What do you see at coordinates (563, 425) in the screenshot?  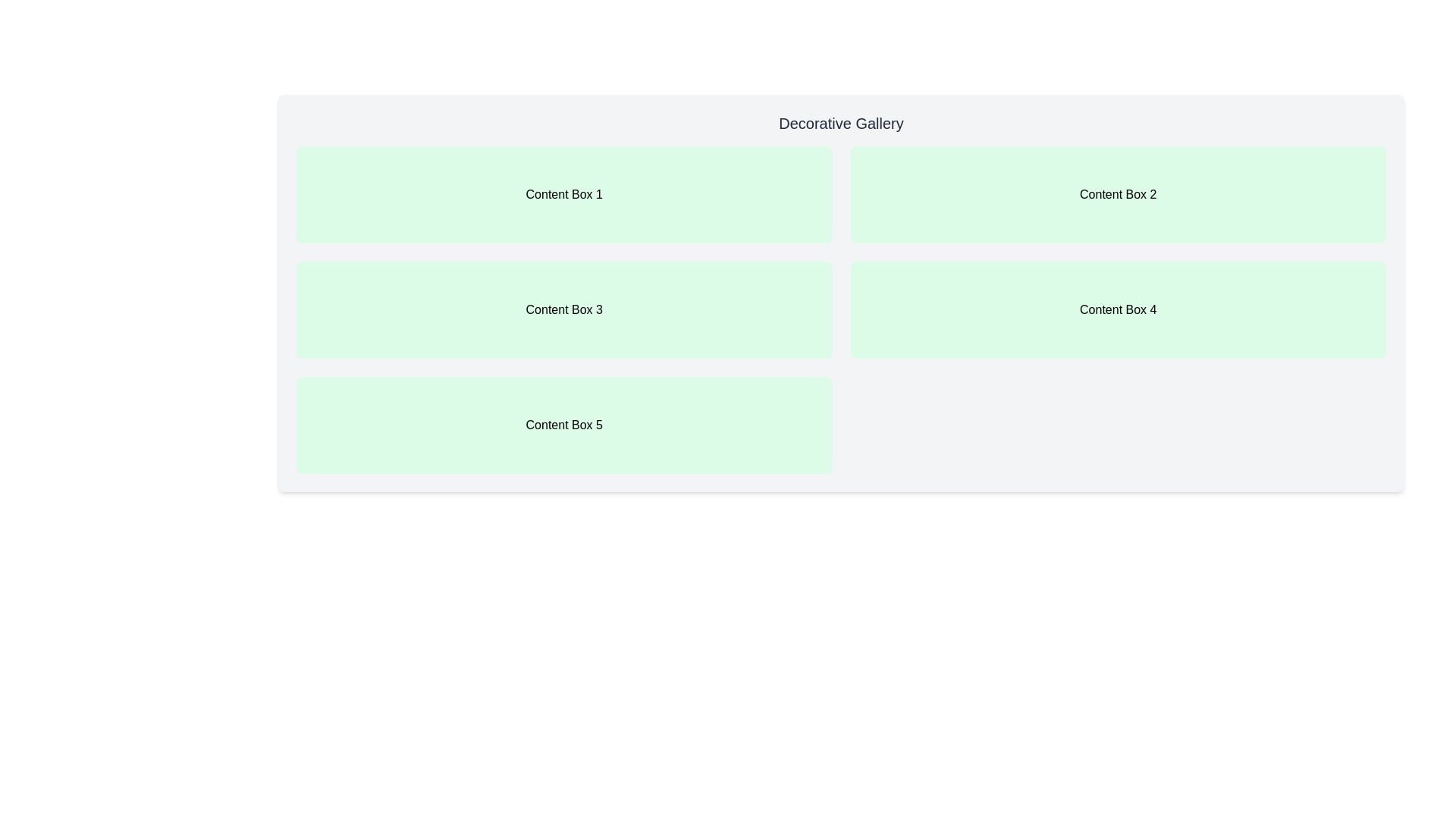 I see `the static content box that displays 'Content Box 5', located at the bottom-left corner of the grid layout` at bounding box center [563, 425].